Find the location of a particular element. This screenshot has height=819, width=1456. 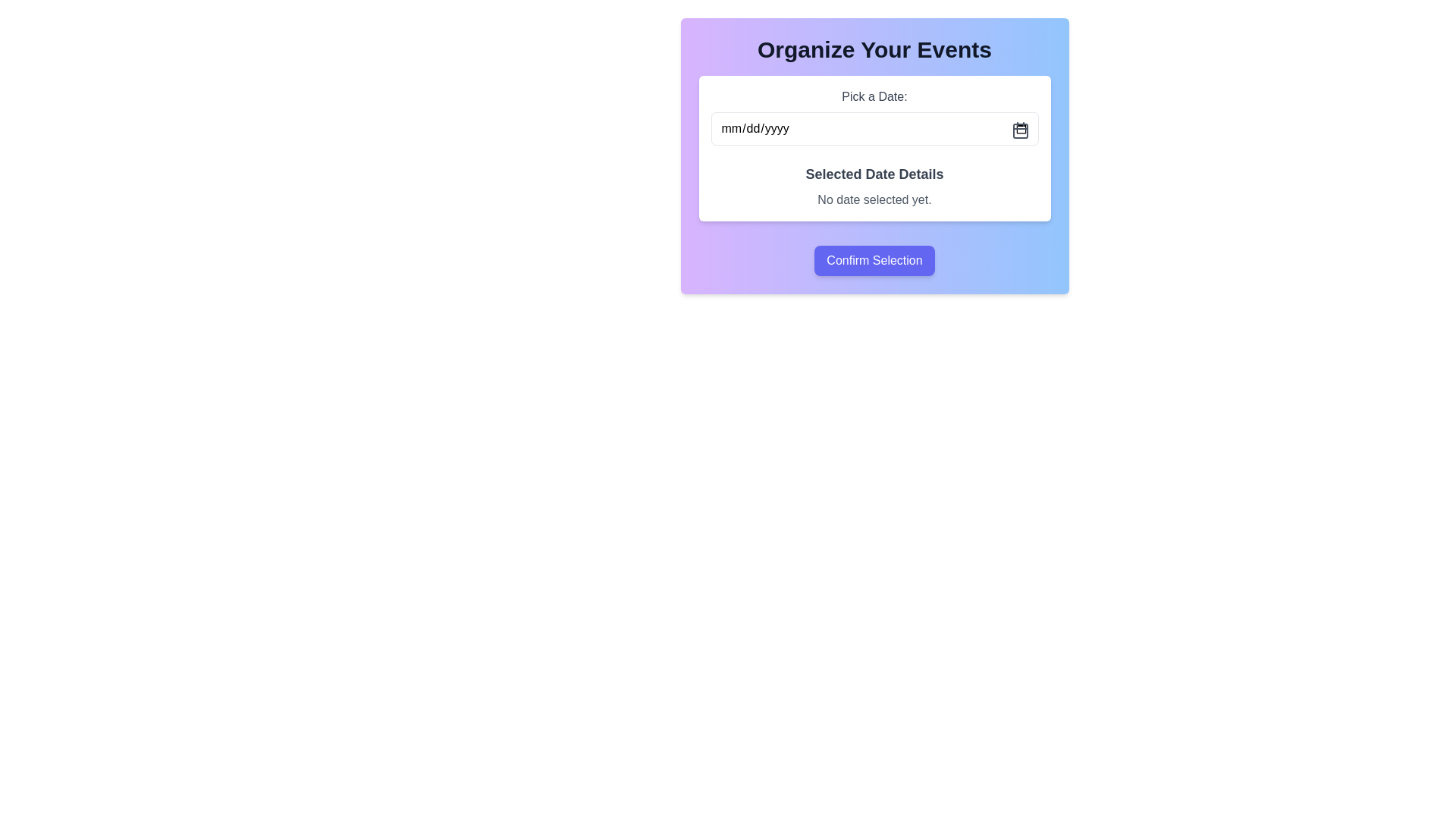

the text label indicating the section for selected date details, which is centrally located above the text 'No date selected yet.' is located at coordinates (874, 174).